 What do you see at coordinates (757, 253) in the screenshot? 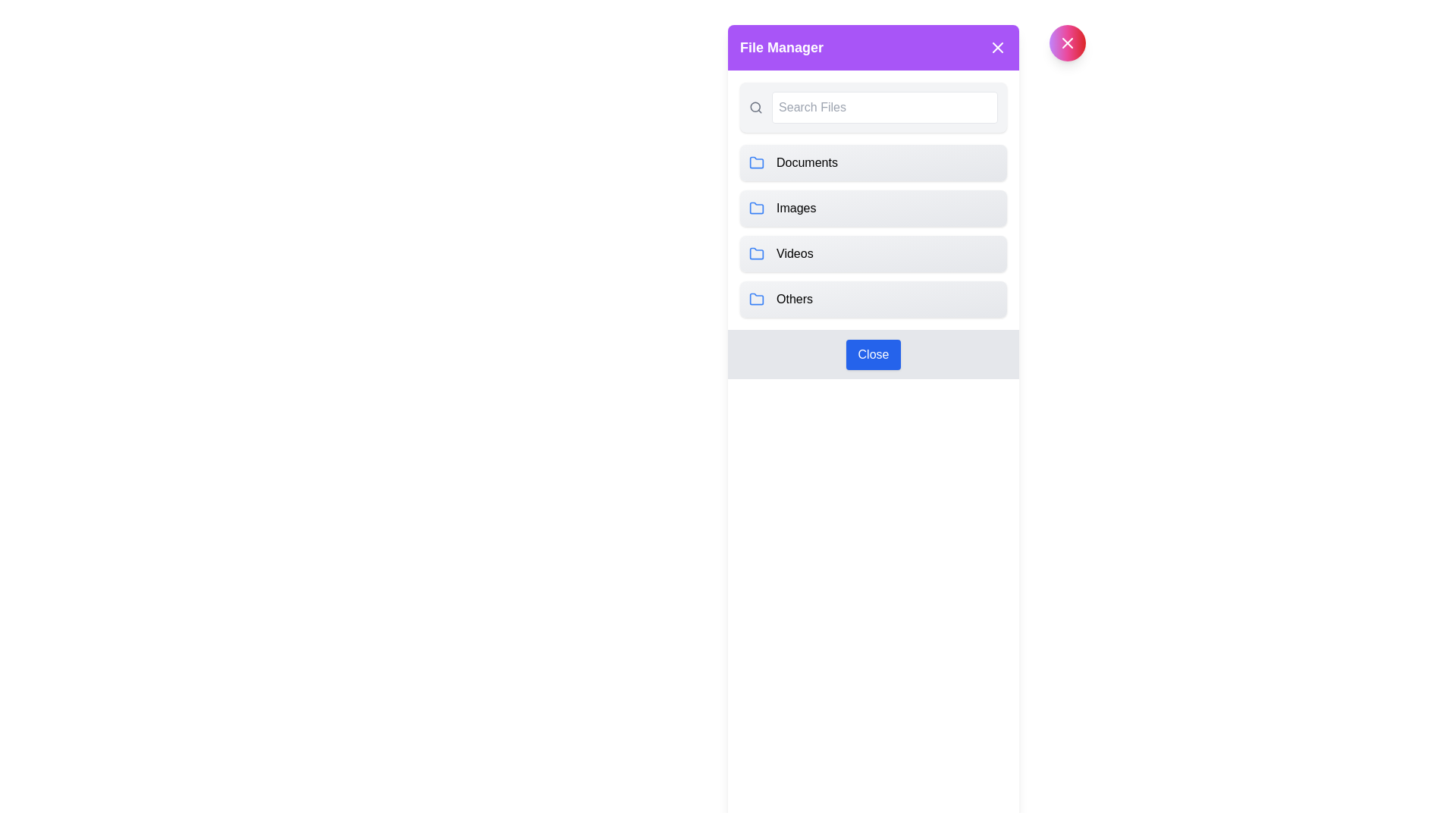
I see `the folder icon located within the 'Videos' card, which is visually represented as a blue outlined folder icon` at bounding box center [757, 253].